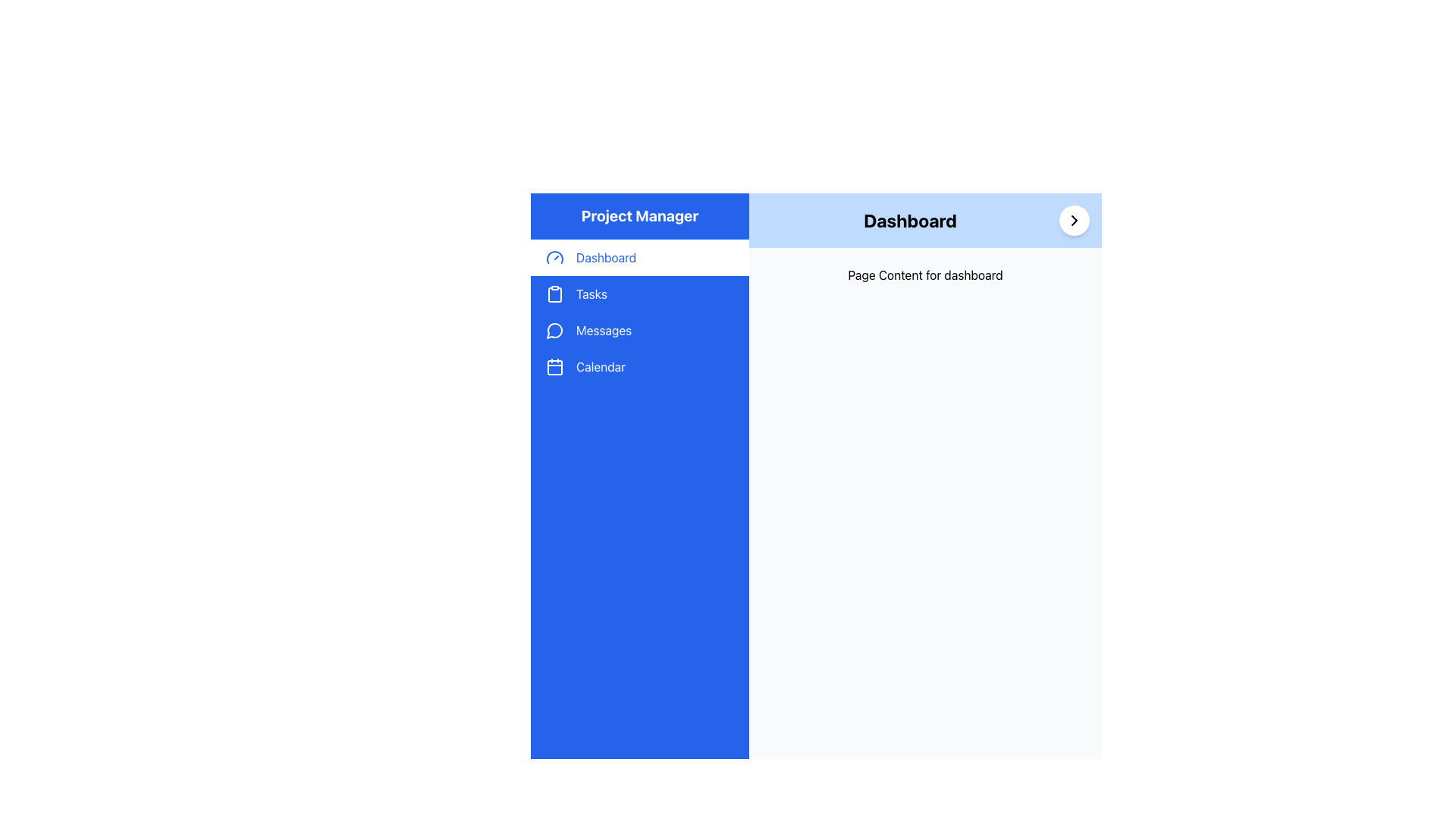  What do you see at coordinates (1073, 220) in the screenshot?
I see `the navigation button located to the right of the 'Dashboard' text in the blue header strip` at bounding box center [1073, 220].